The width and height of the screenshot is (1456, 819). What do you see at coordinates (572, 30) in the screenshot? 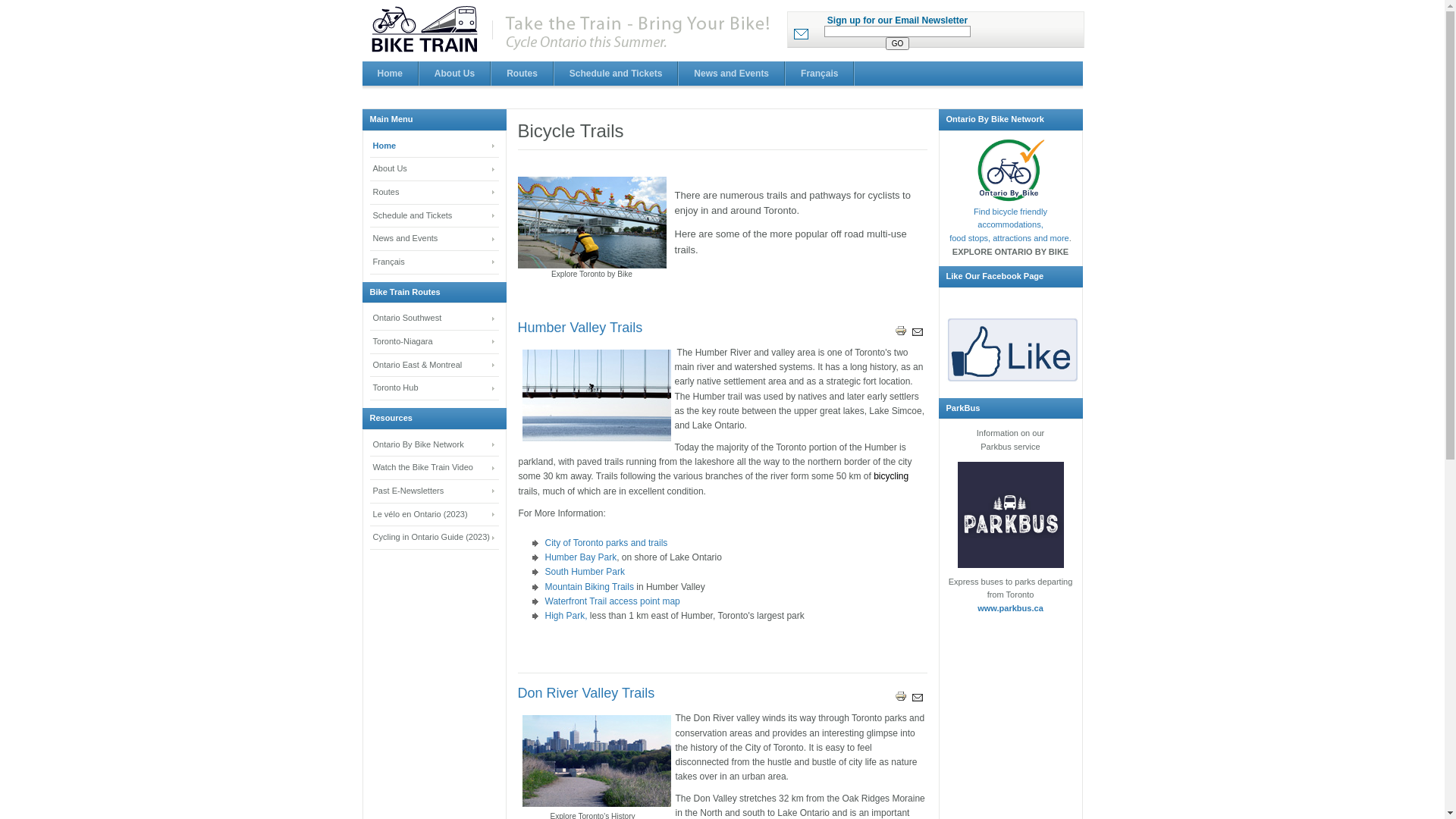
I see `'Bike Train - Cycle Ontario This Summer'` at bounding box center [572, 30].